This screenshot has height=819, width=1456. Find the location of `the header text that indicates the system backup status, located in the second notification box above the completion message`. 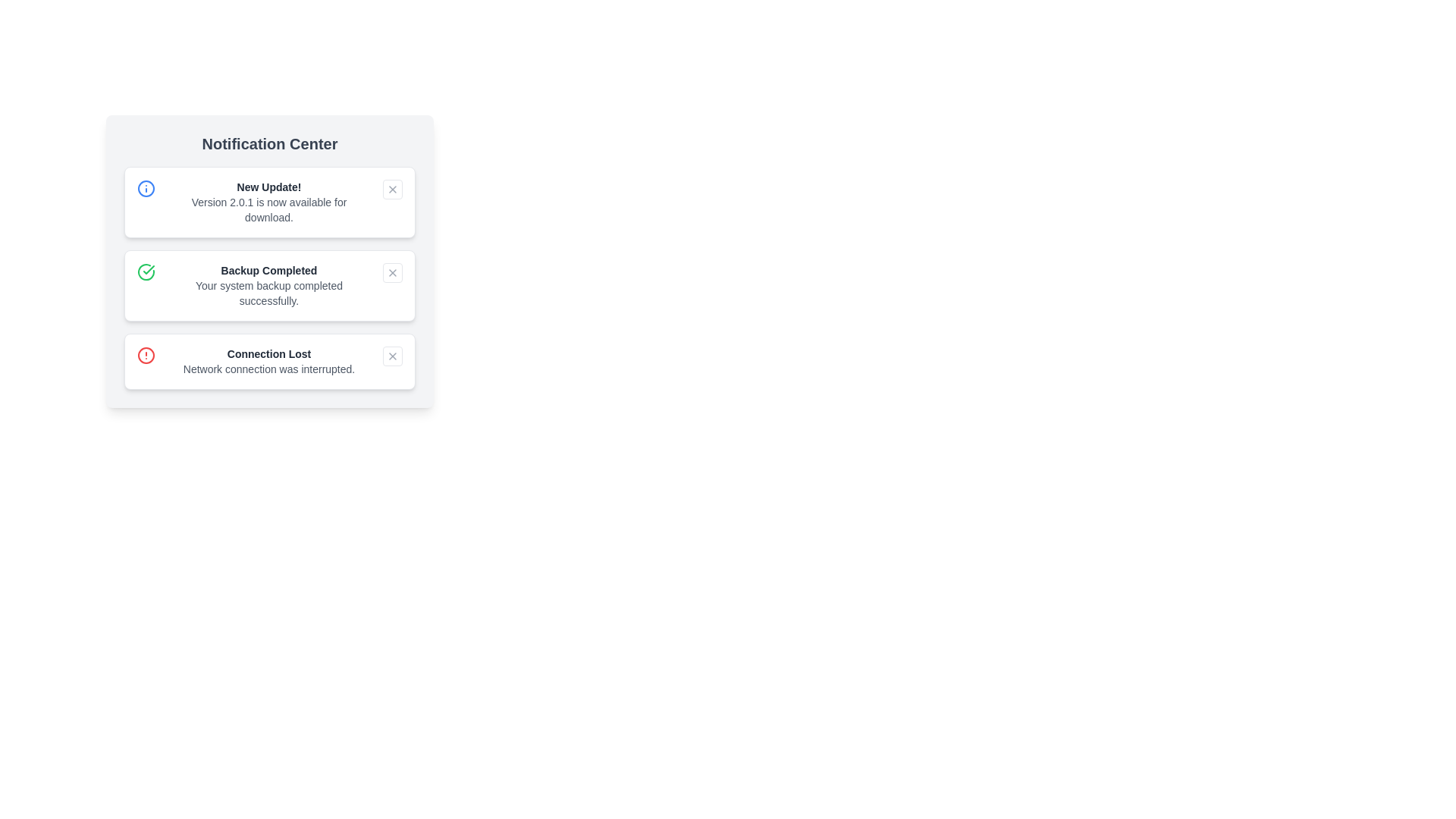

the header text that indicates the system backup status, located in the second notification box above the completion message is located at coordinates (269, 270).